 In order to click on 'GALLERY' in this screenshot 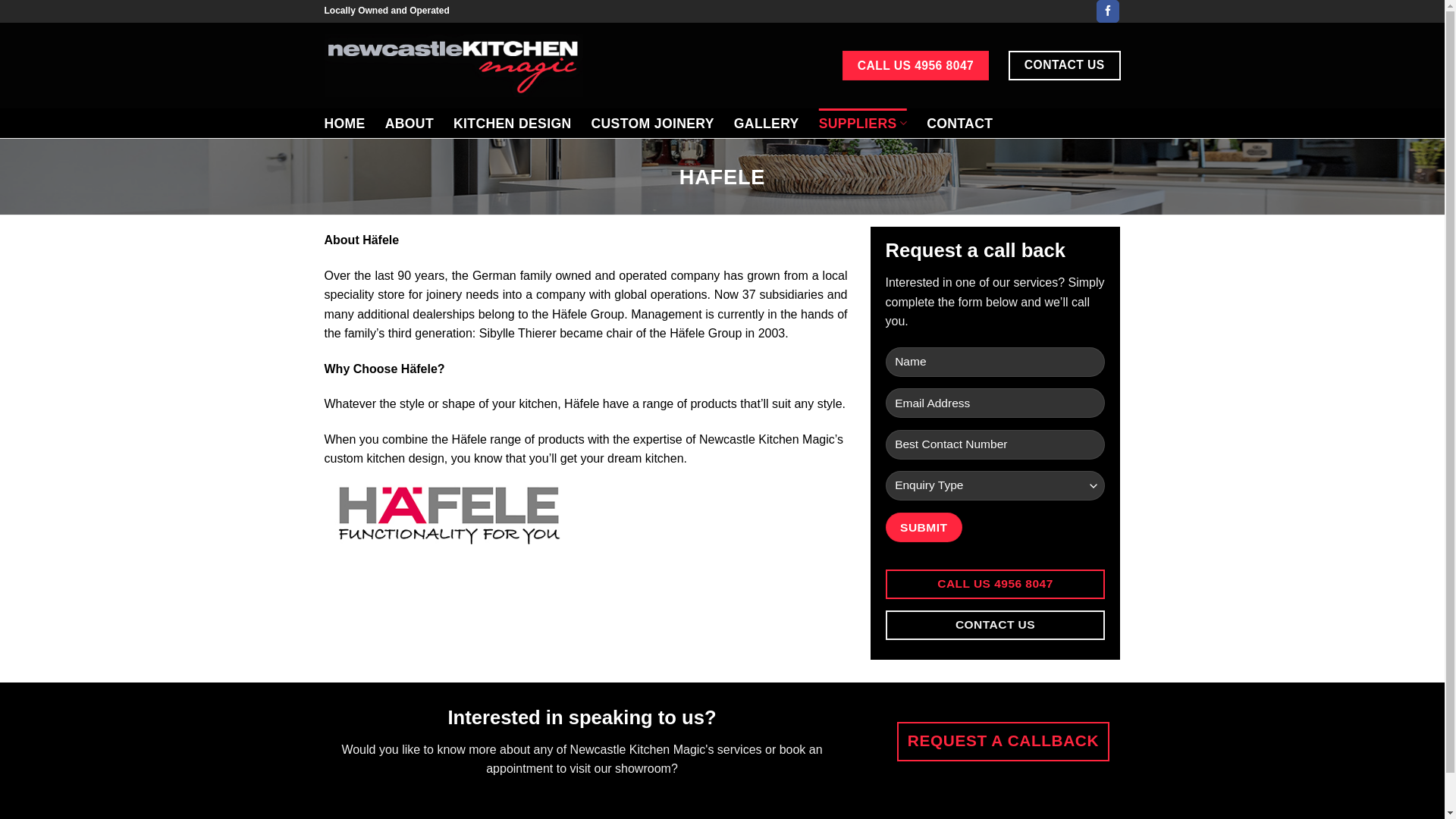, I will do `click(767, 122)`.